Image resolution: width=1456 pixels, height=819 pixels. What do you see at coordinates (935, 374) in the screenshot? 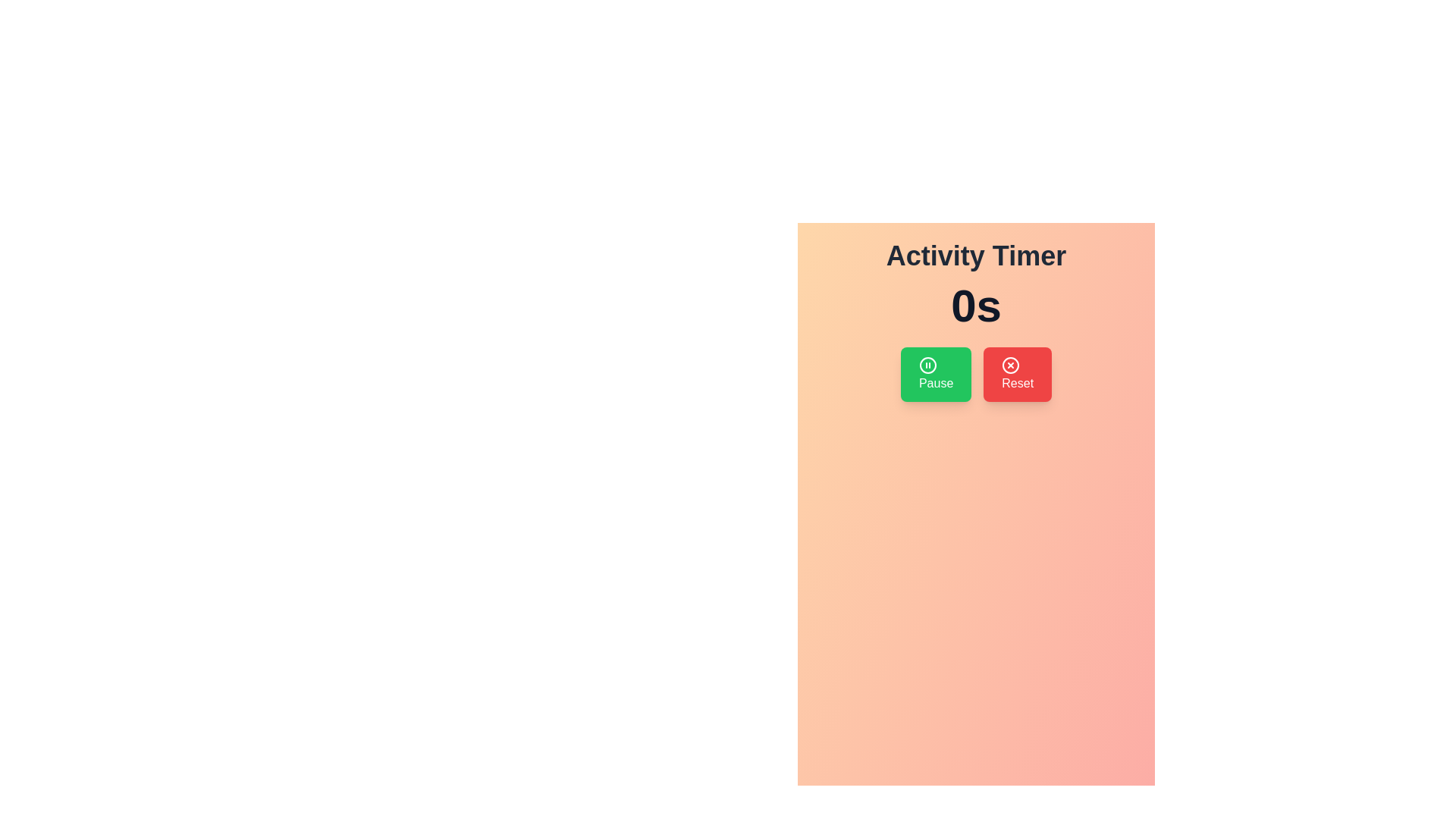
I see `the green 'Pause' button with a white pause icon and label, positioned below the 'Activity Timer' to observe visual feedback indicating interactivity` at bounding box center [935, 374].